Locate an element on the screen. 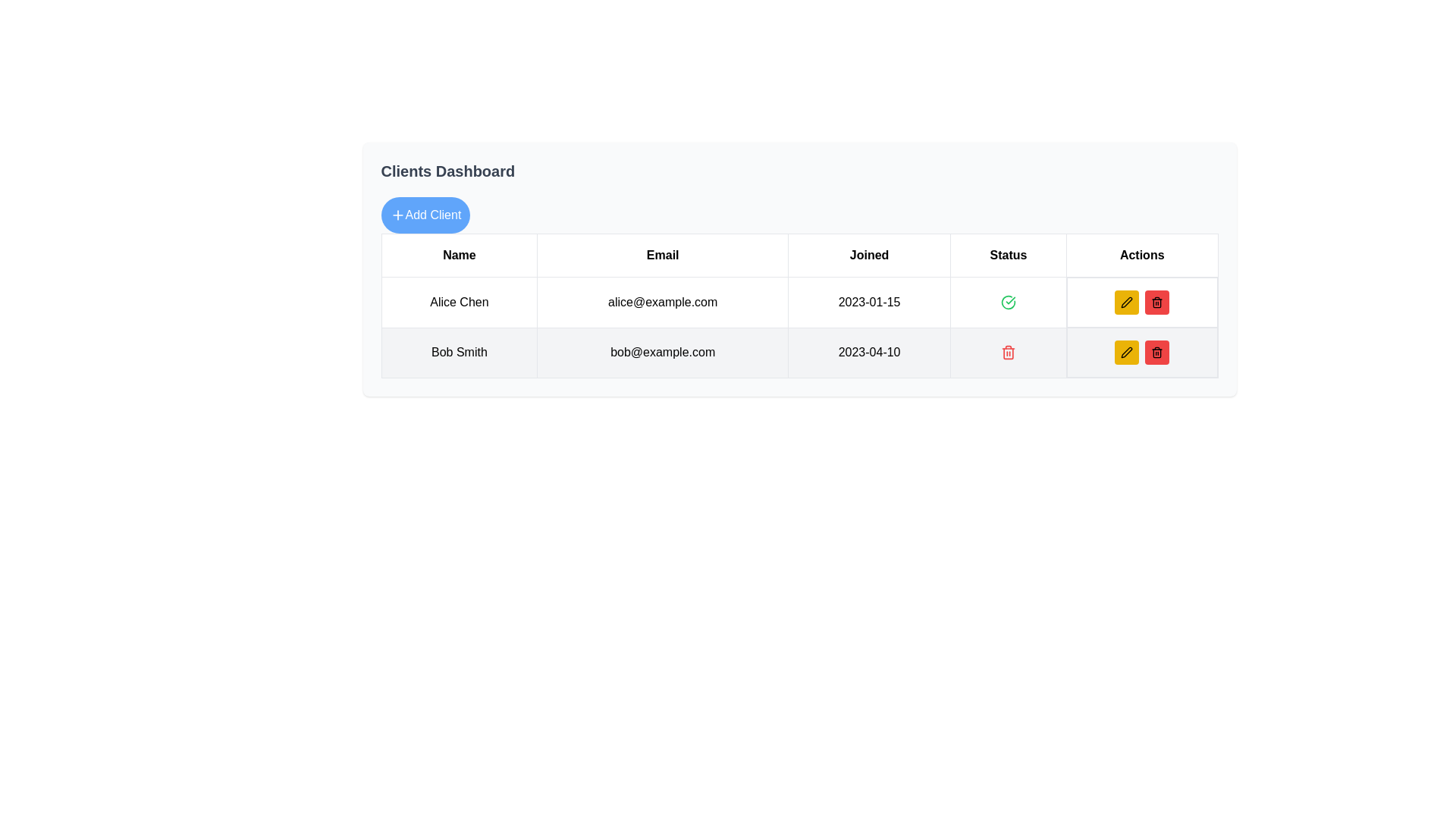  the blue 'Add Client' button with rounded sides, which contains white text and a plus symbol is located at coordinates (425, 215).